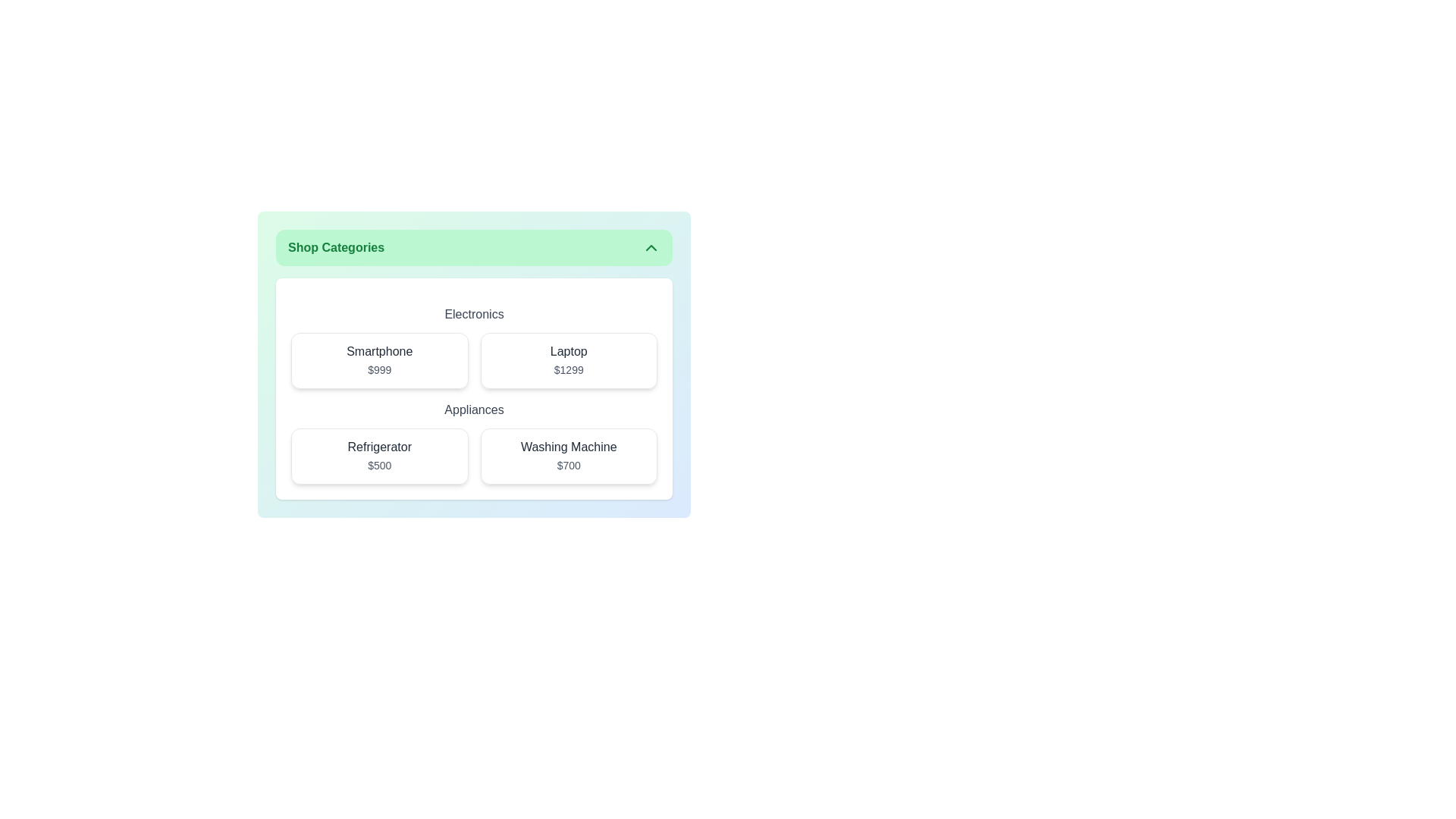  I want to click on the static text label displaying 'Electronics', which is styled with medium font weight and gray color, located at the top of the electronics section, so click(473, 314).